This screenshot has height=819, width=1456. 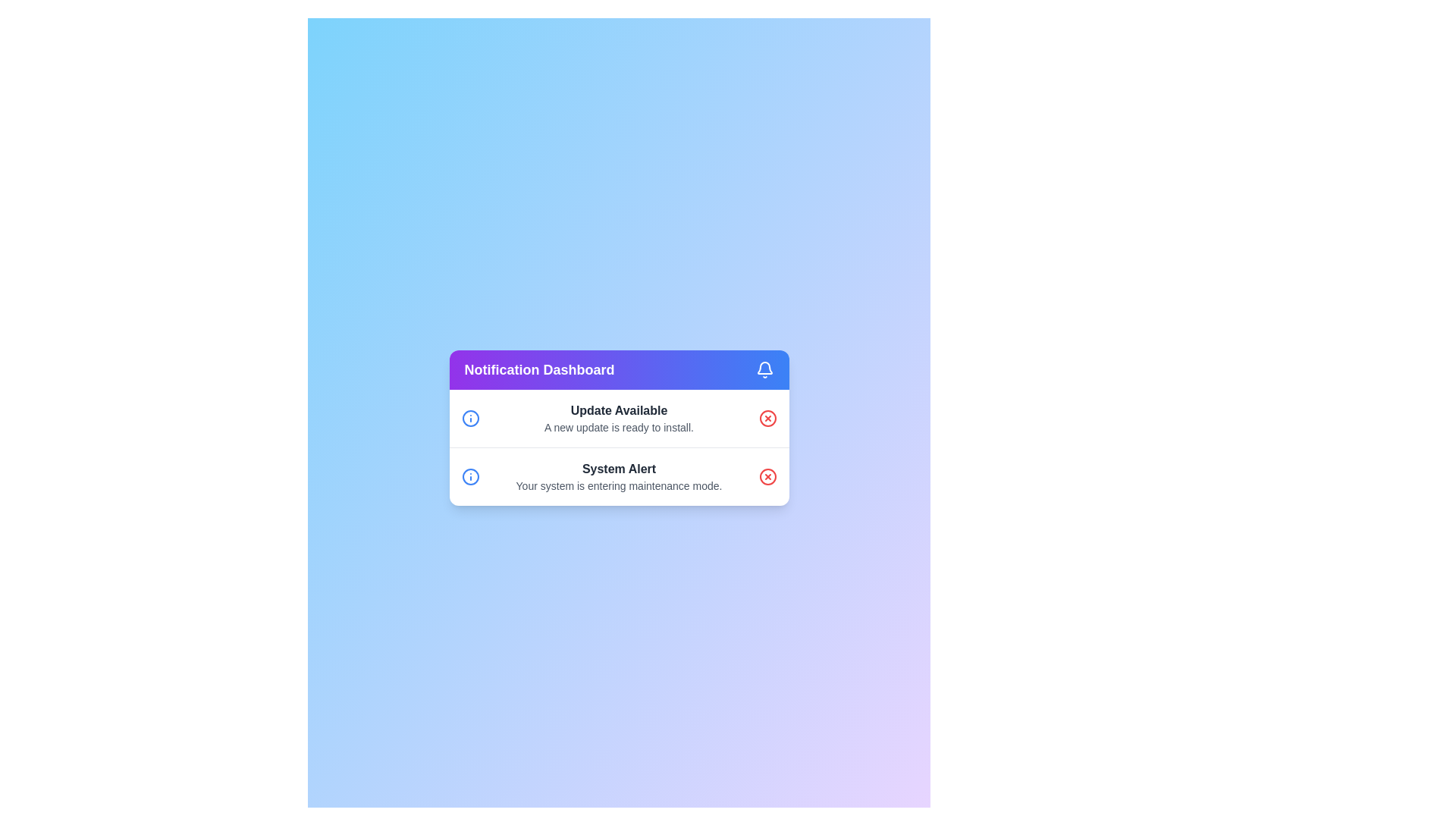 I want to click on the 'System Alert' static text block in the Notification Dashboard, which contains a bold heading and a description about the system entering maintenance mode, so click(x=619, y=475).